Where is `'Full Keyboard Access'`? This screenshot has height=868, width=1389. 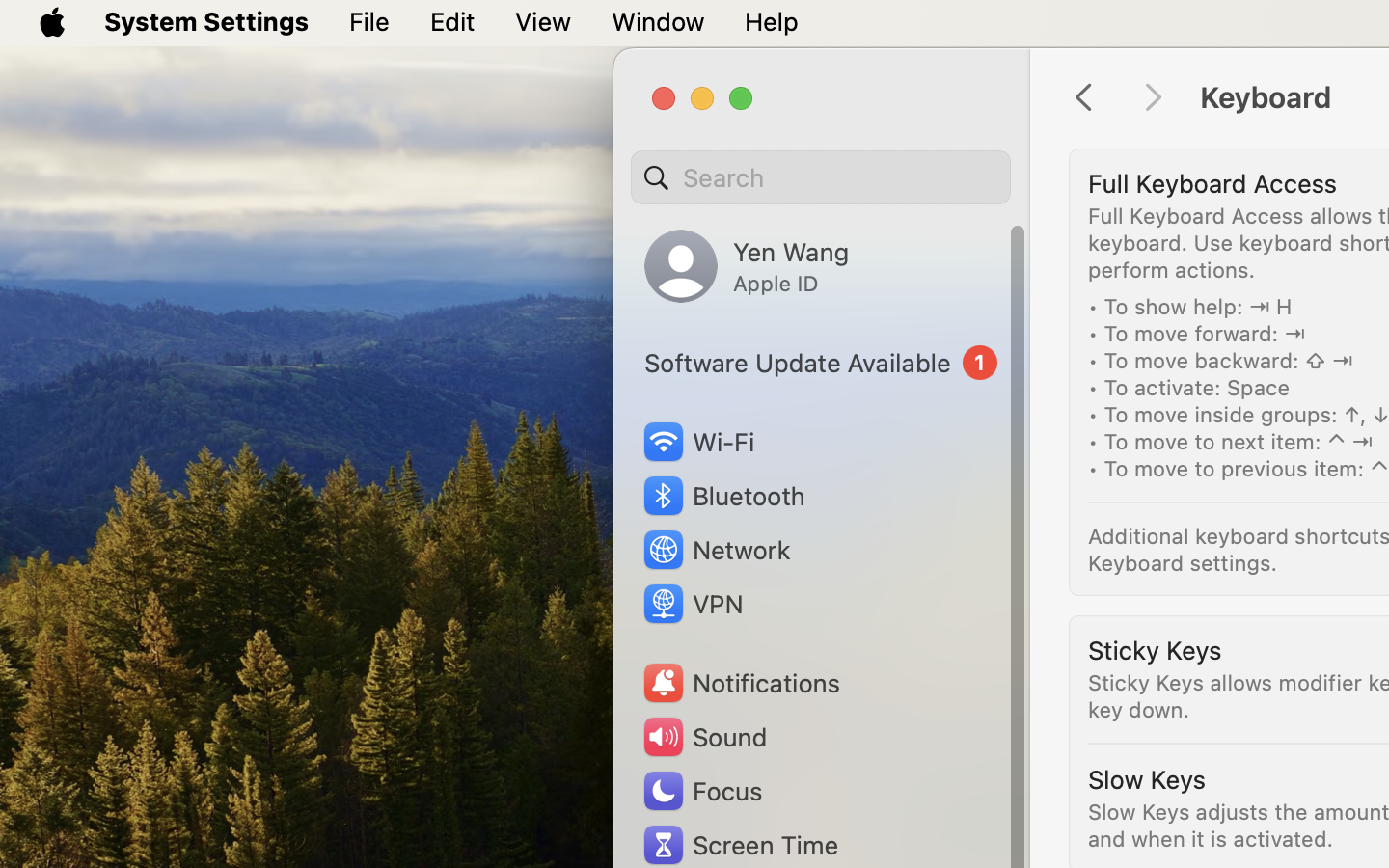 'Full Keyboard Access' is located at coordinates (1211, 182).